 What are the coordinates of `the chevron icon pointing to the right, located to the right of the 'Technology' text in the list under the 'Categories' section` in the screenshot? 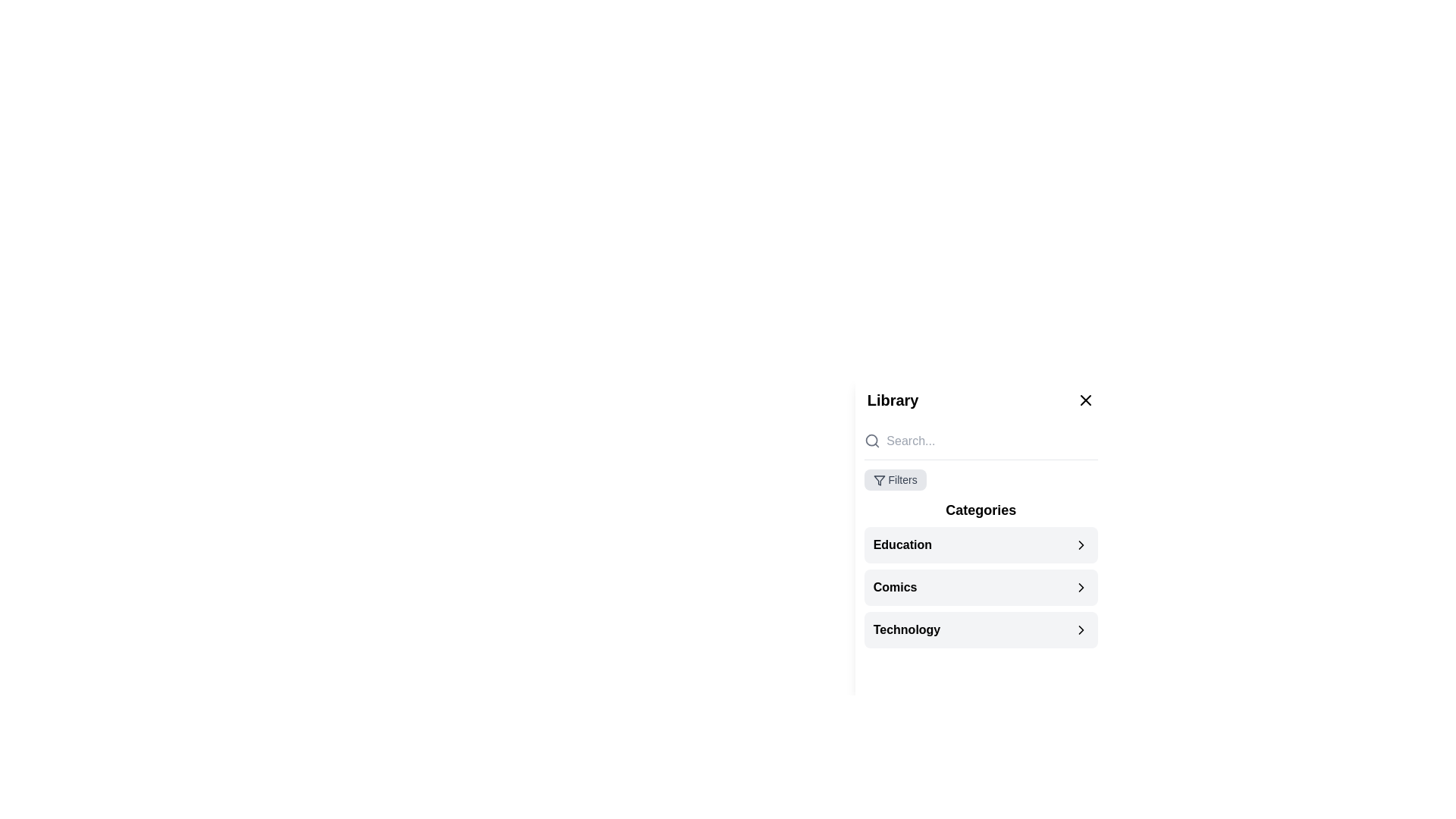 It's located at (1080, 629).